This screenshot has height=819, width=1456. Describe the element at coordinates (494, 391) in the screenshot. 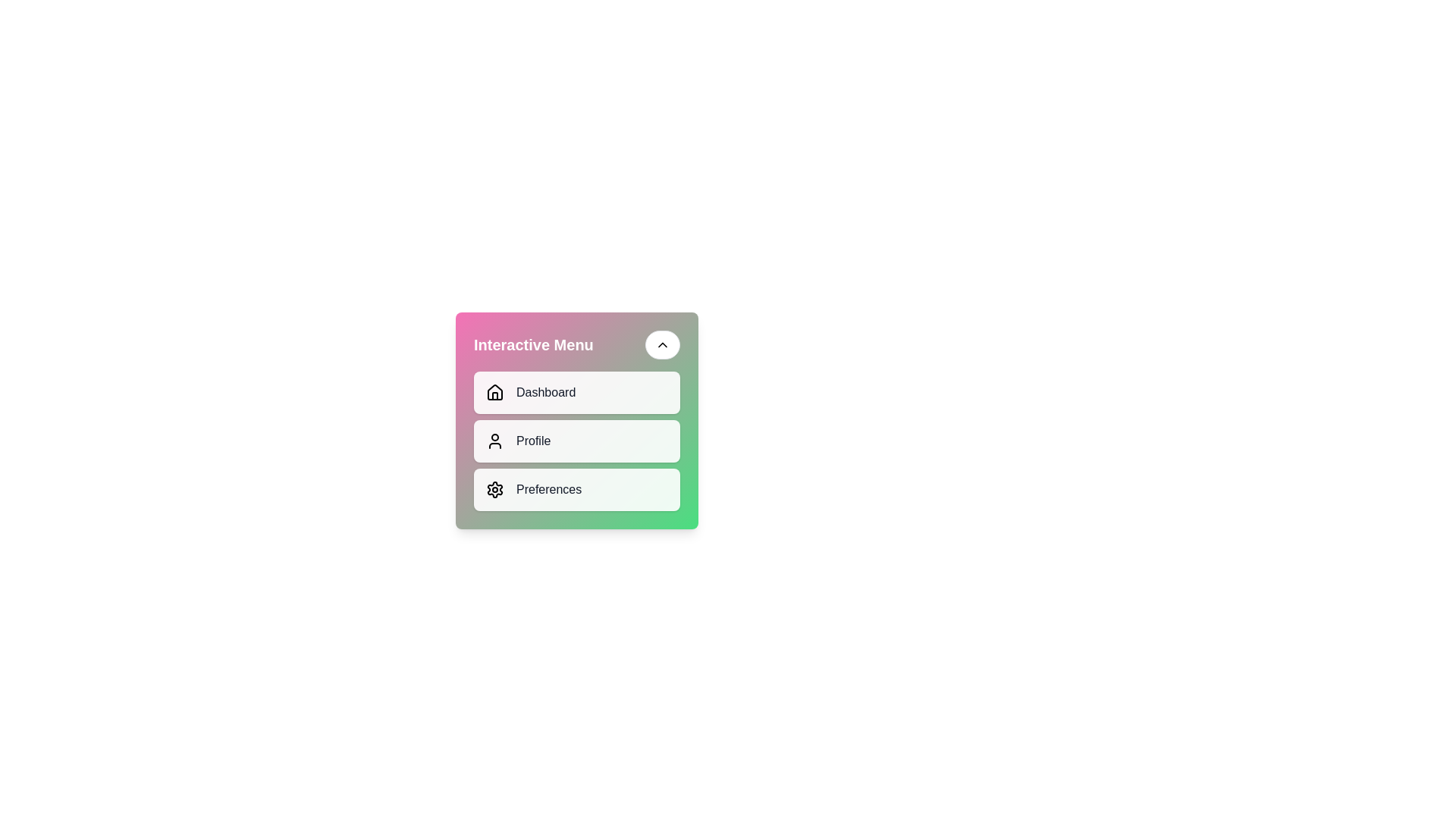

I see `the 'Dashboard' icon in the menu` at that location.